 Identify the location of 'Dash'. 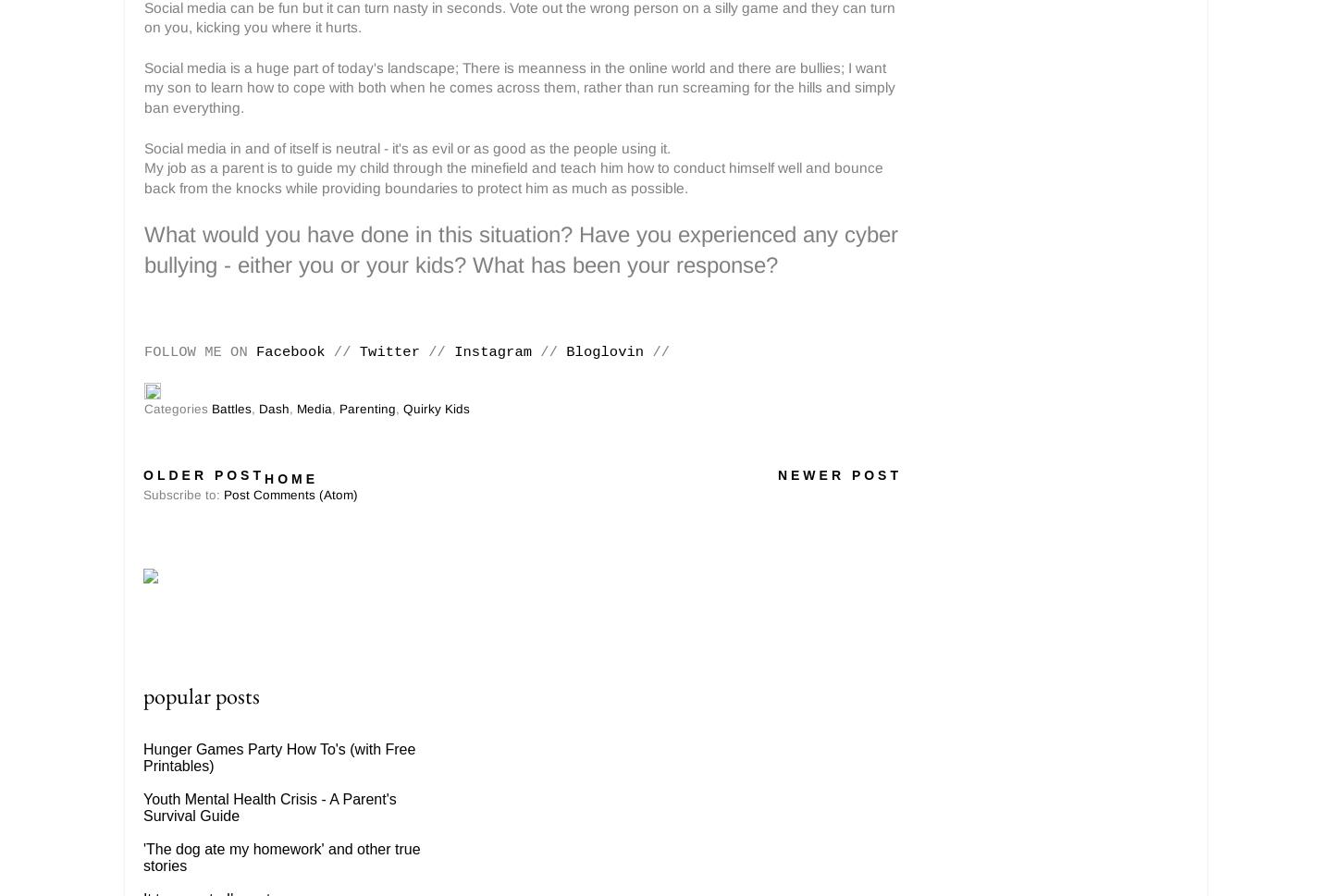
(273, 409).